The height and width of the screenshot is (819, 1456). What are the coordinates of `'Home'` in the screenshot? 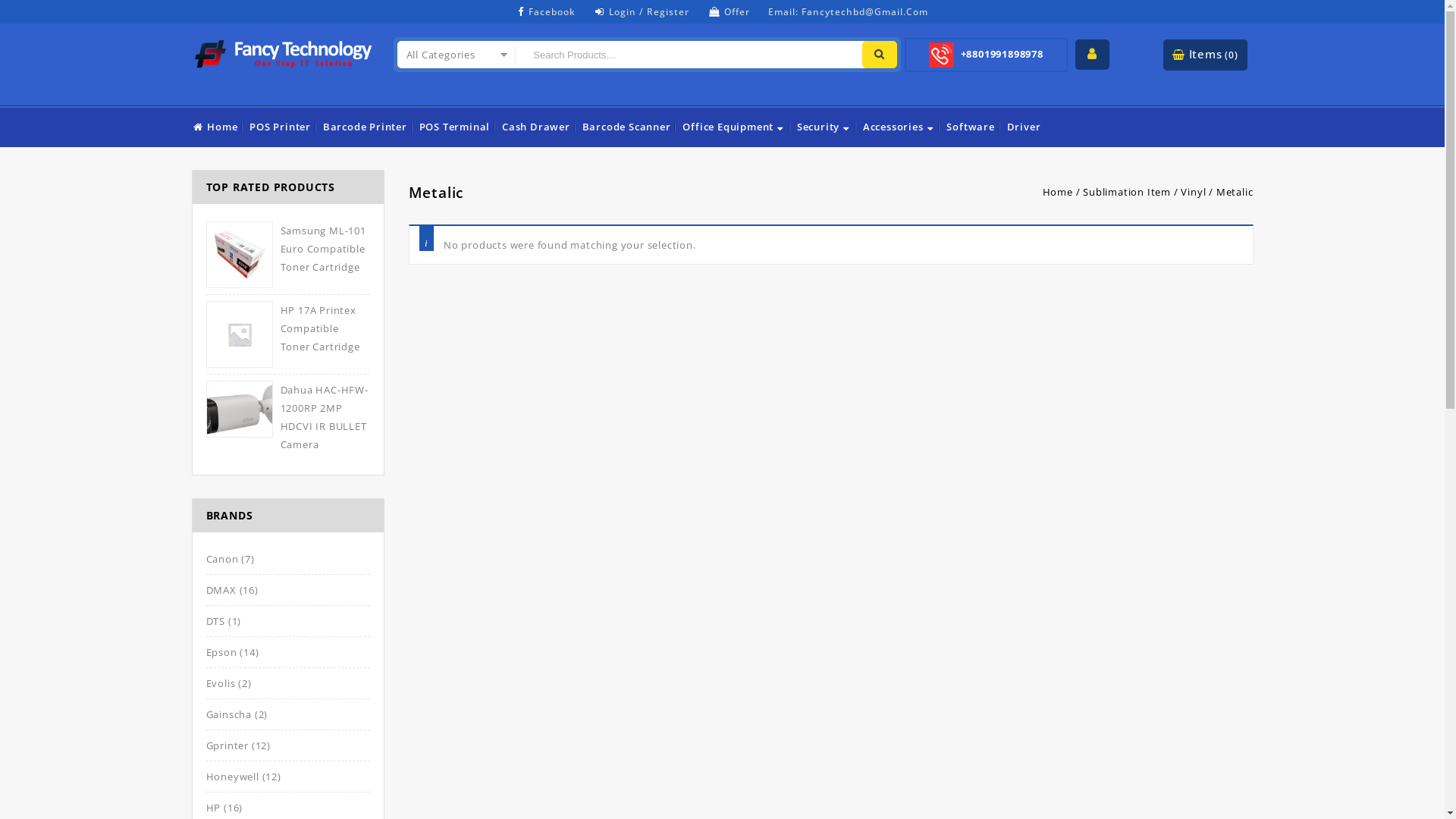 It's located at (214, 125).